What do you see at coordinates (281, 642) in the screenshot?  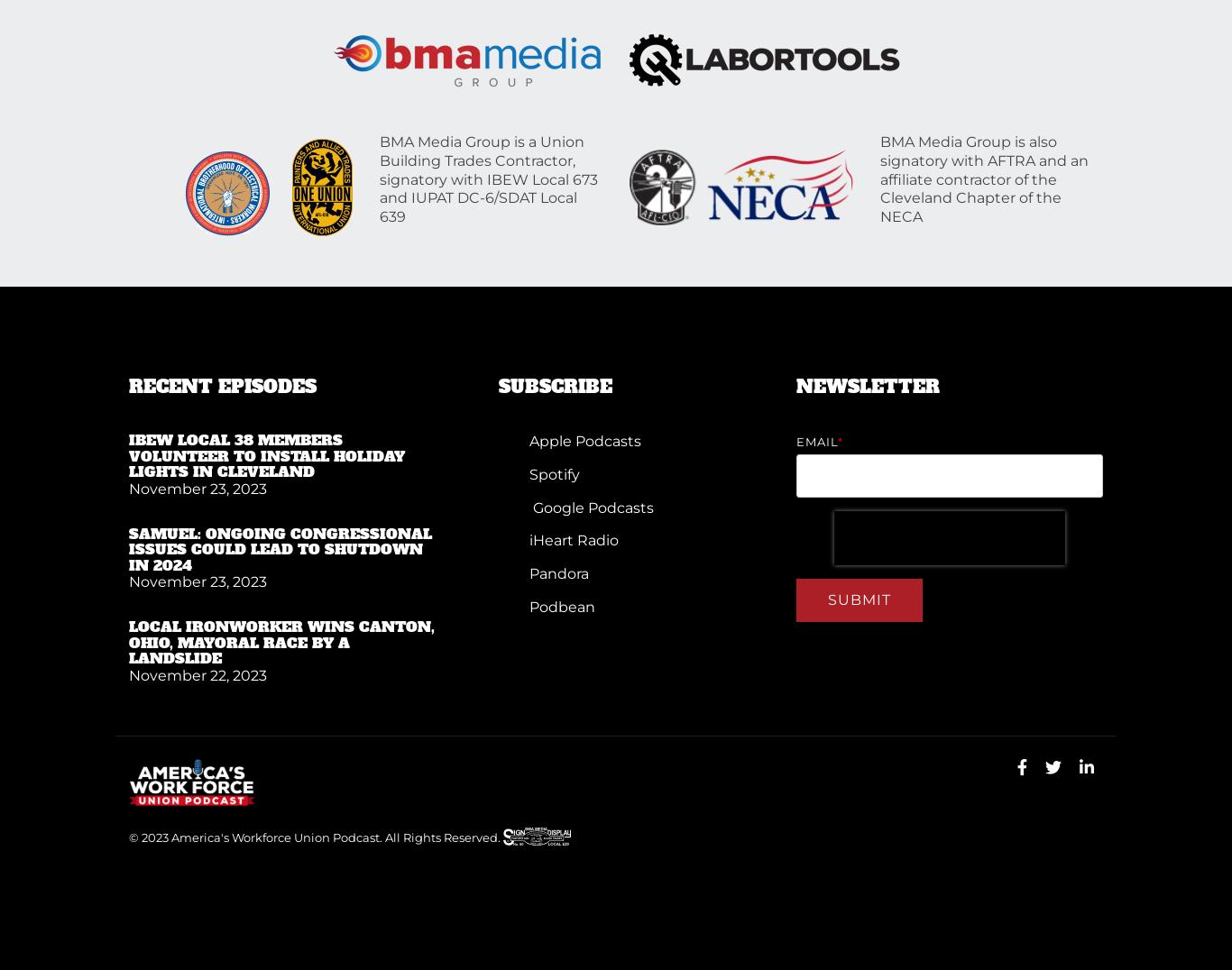 I see `'Local Ironworker wins Canton, Ohio, Mayoral race by a landslide'` at bounding box center [281, 642].